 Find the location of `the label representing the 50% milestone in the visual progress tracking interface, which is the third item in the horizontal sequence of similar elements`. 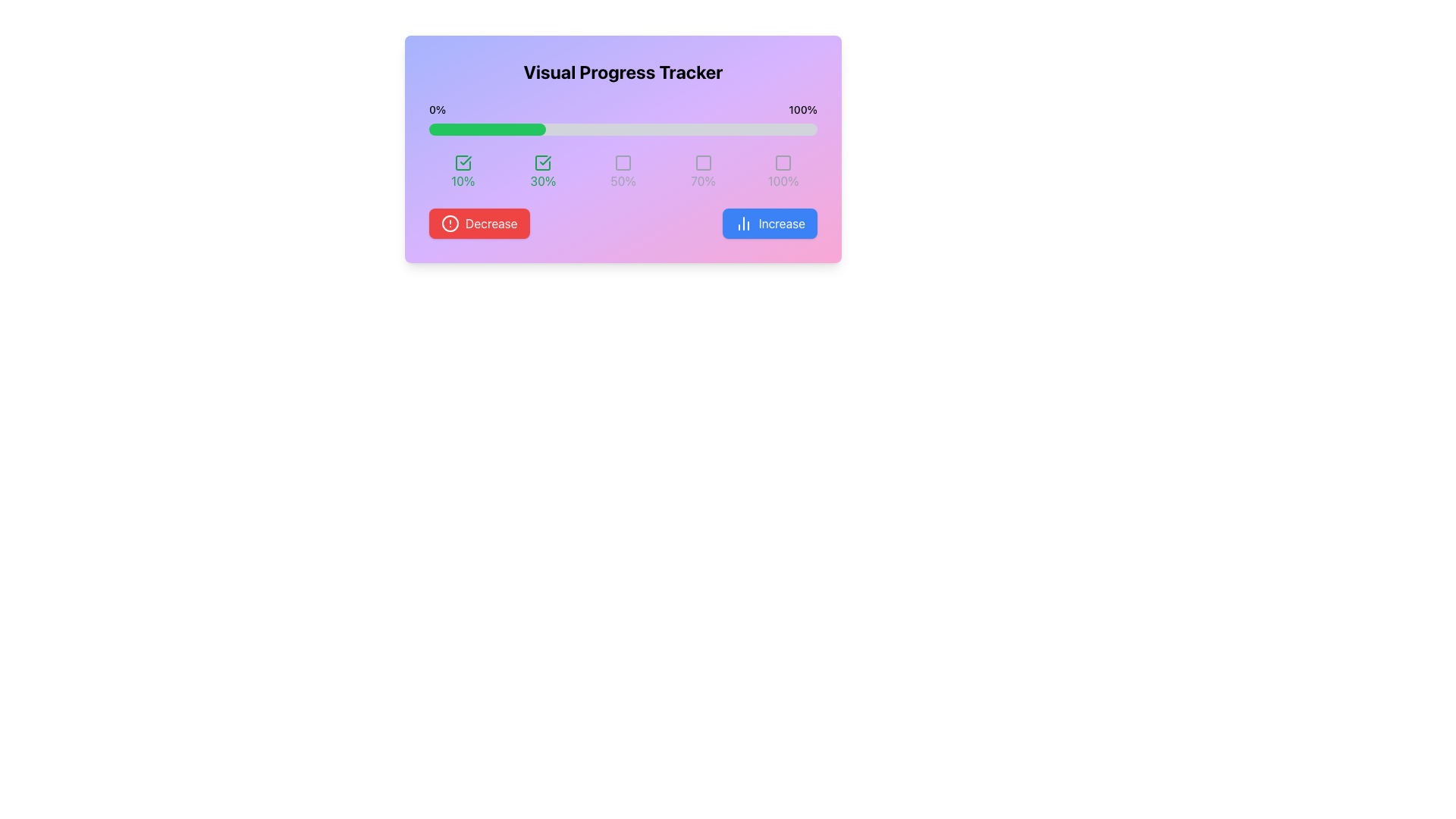

the label representing the 50% milestone in the visual progress tracking interface, which is the third item in the horizontal sequence of similar elements is located at coordinates (623, 180).